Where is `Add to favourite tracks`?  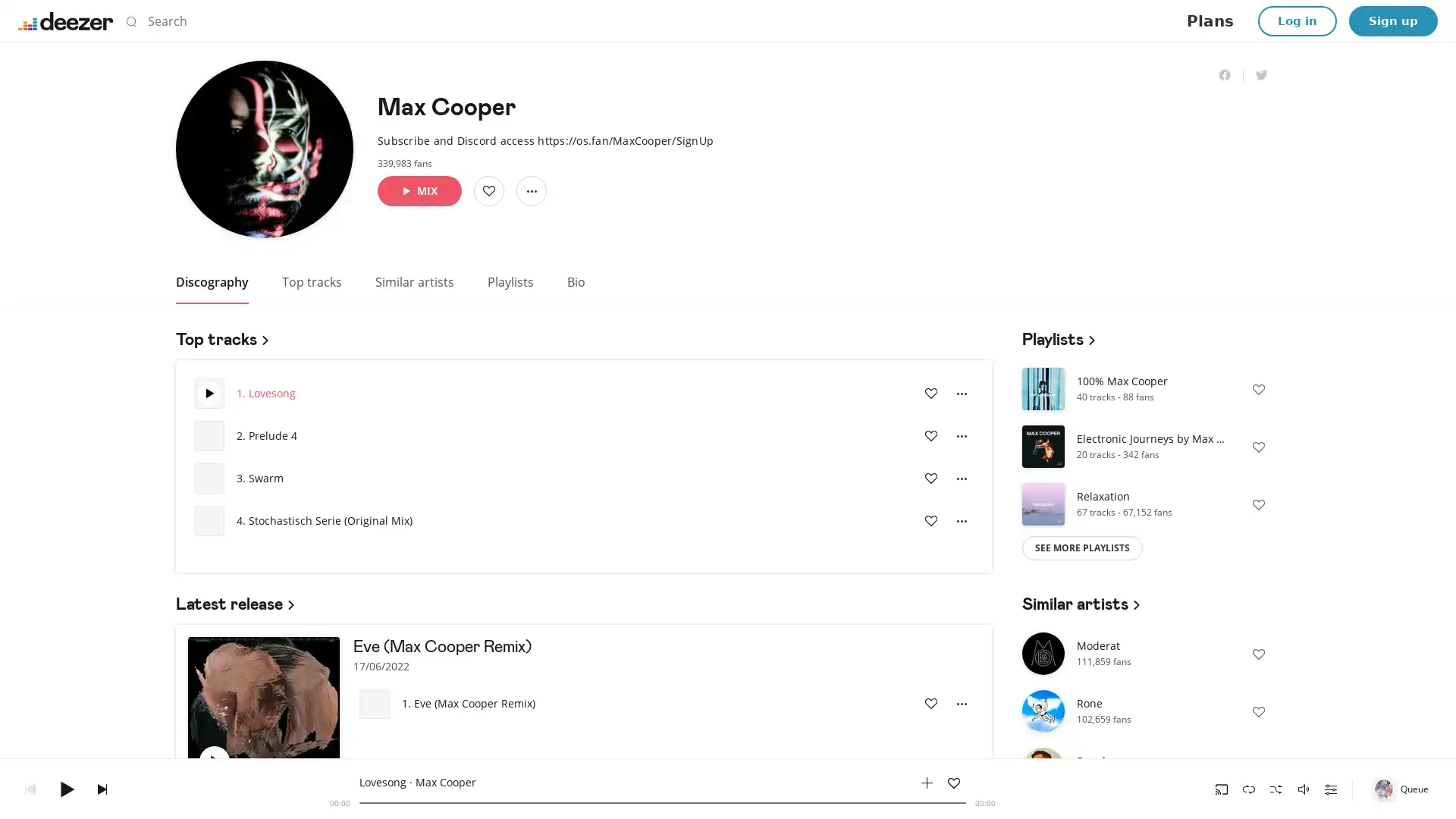 Add to favourite tracks is located at coordinates (930, 519).